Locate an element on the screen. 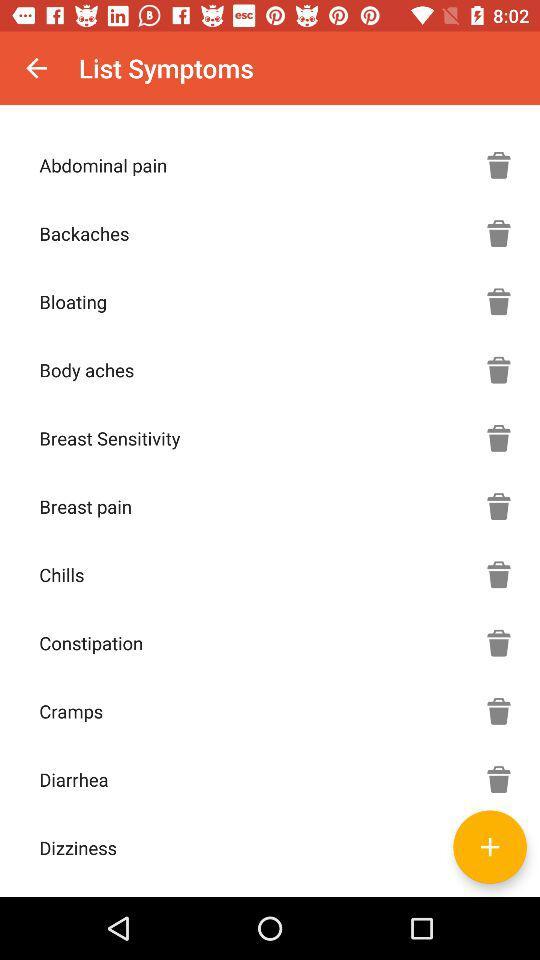 This screenshot has width=540, height=960. activates dizziness function is located at coordinates (498, 846).